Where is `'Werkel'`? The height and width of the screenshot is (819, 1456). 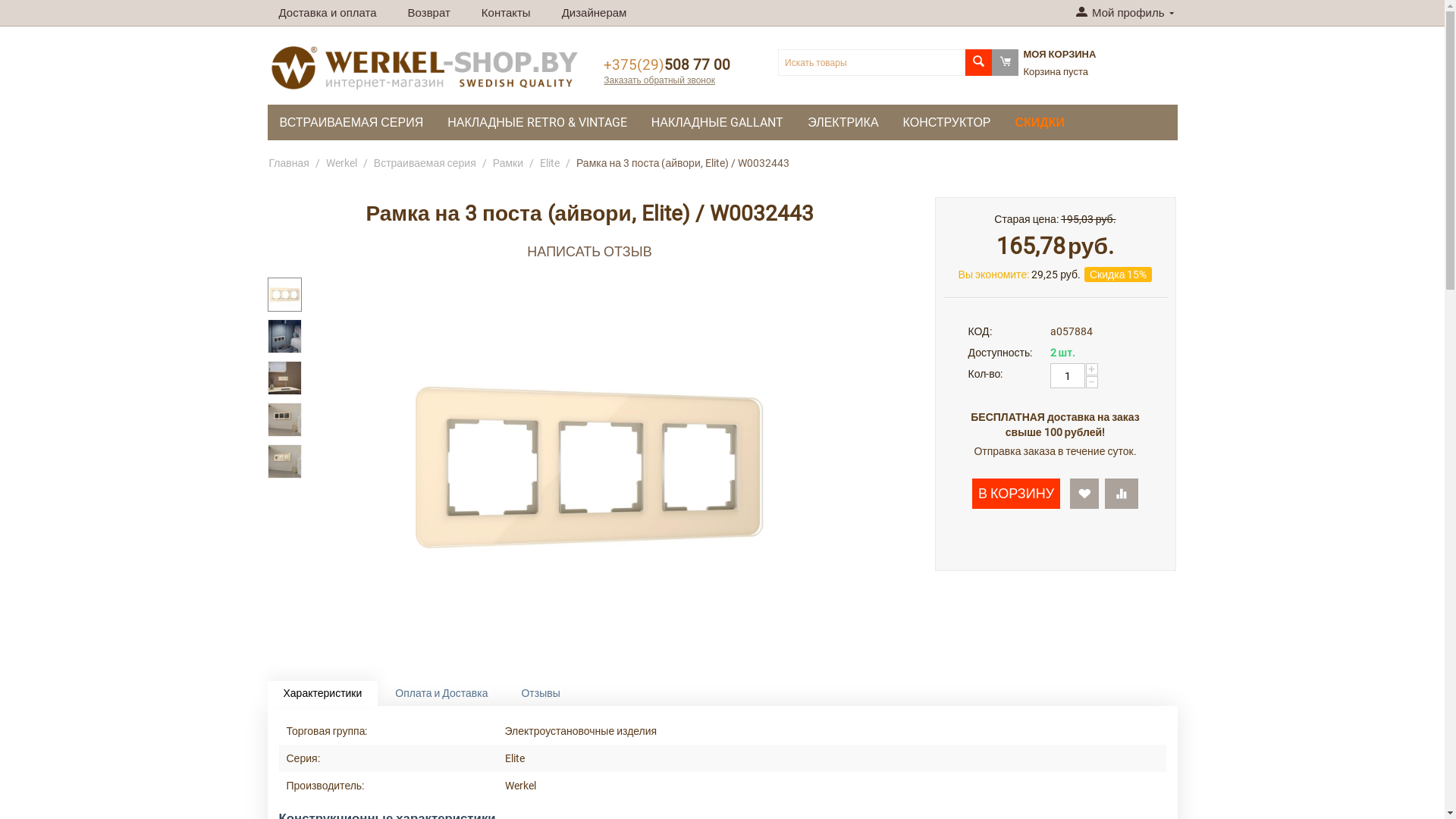
'Werkel' is located at coordinates (340, 163).